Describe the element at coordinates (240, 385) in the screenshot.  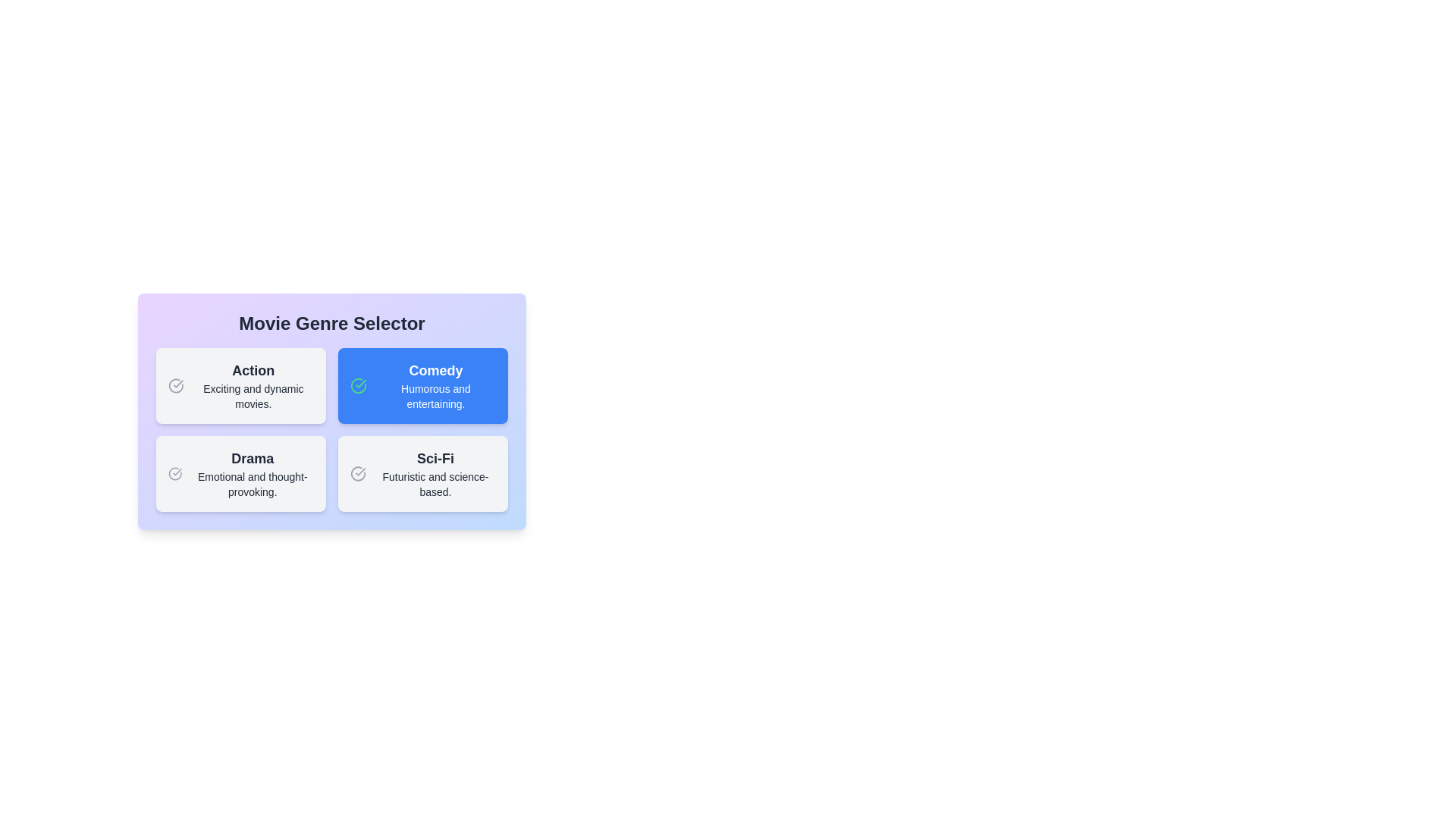
I see `the genre card labeled Action` at that location.